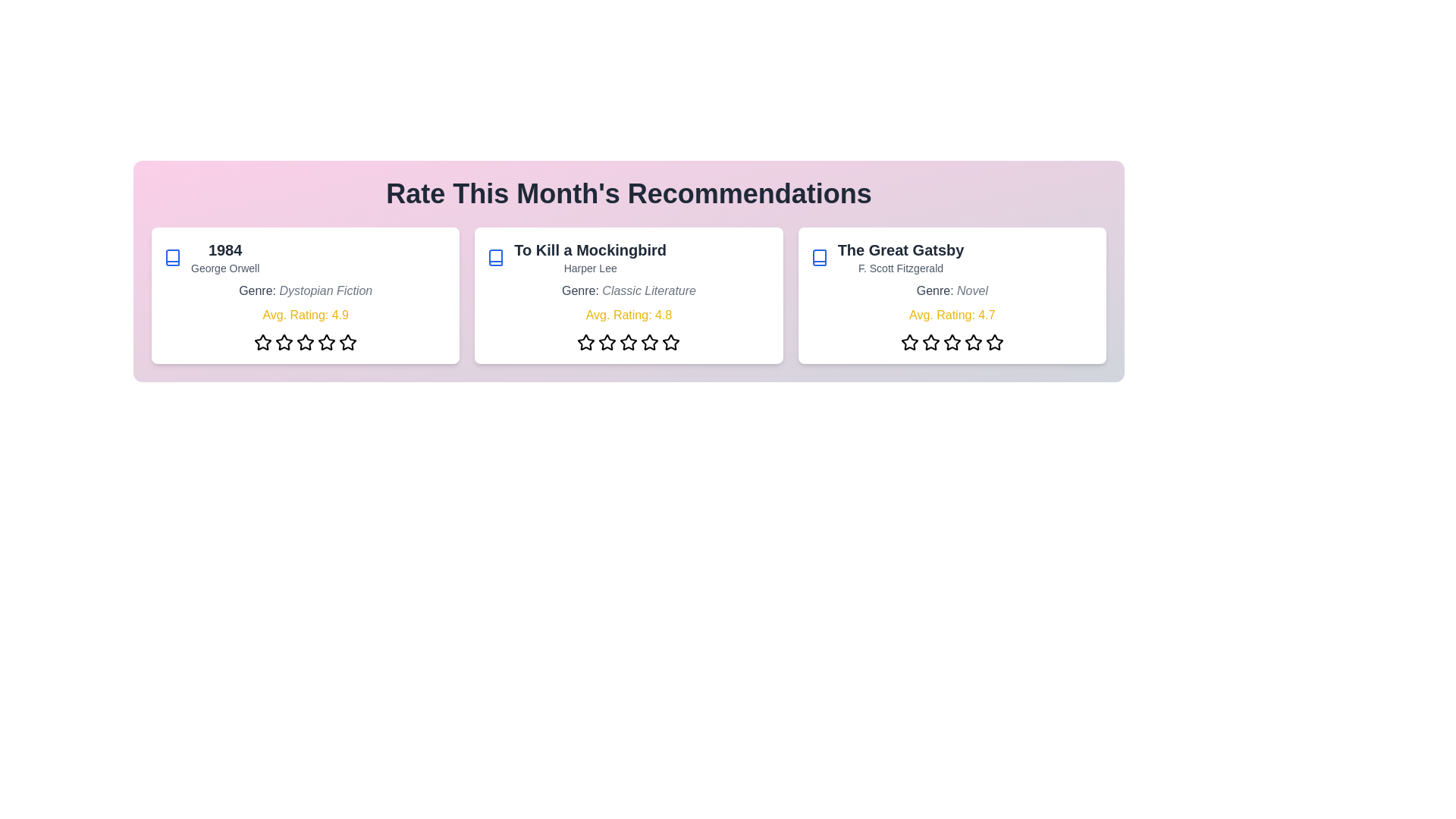 The width and height of the screenshot is (1456, 819). What do you see at coordinates (950, 295) in the screenshot?
I see `the book card for 'The Great Gatsby'` at bounding box center [950, 295].